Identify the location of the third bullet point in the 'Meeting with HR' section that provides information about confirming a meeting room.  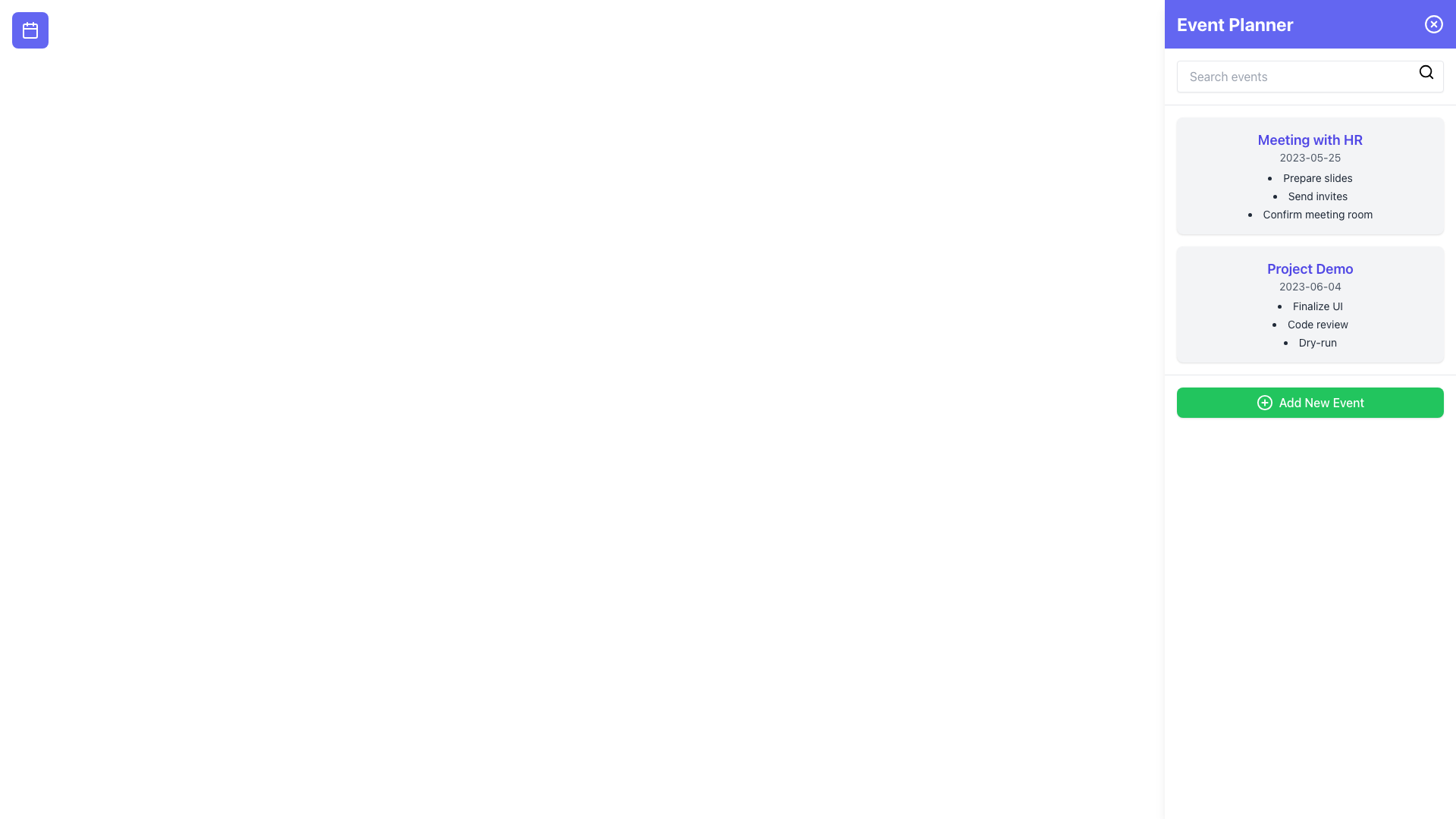
(1310, 213).